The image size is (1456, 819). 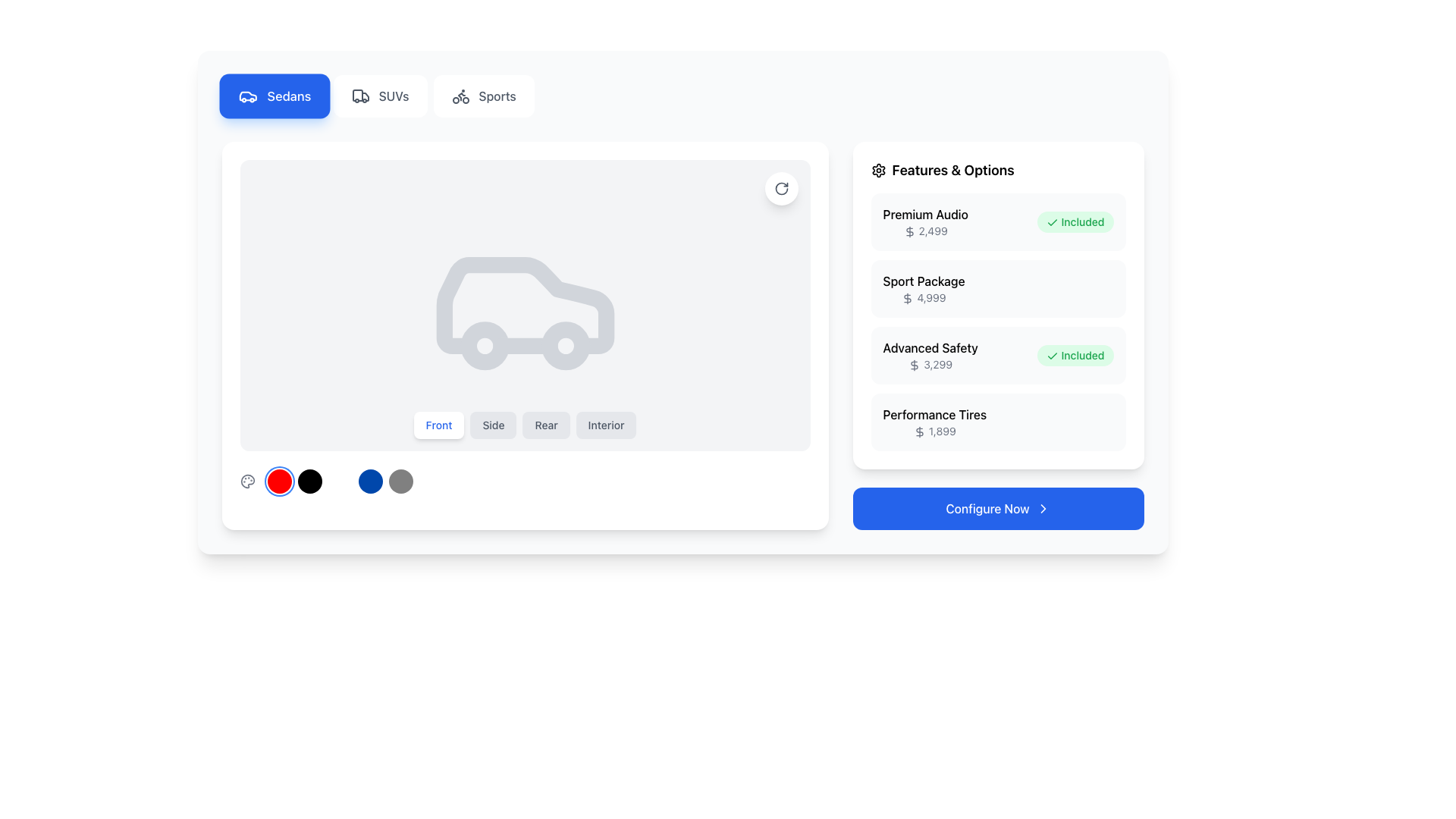 I want to click on the circular arrow icon located at the top-right corner of the image preview section, so click(x=781, y=188).